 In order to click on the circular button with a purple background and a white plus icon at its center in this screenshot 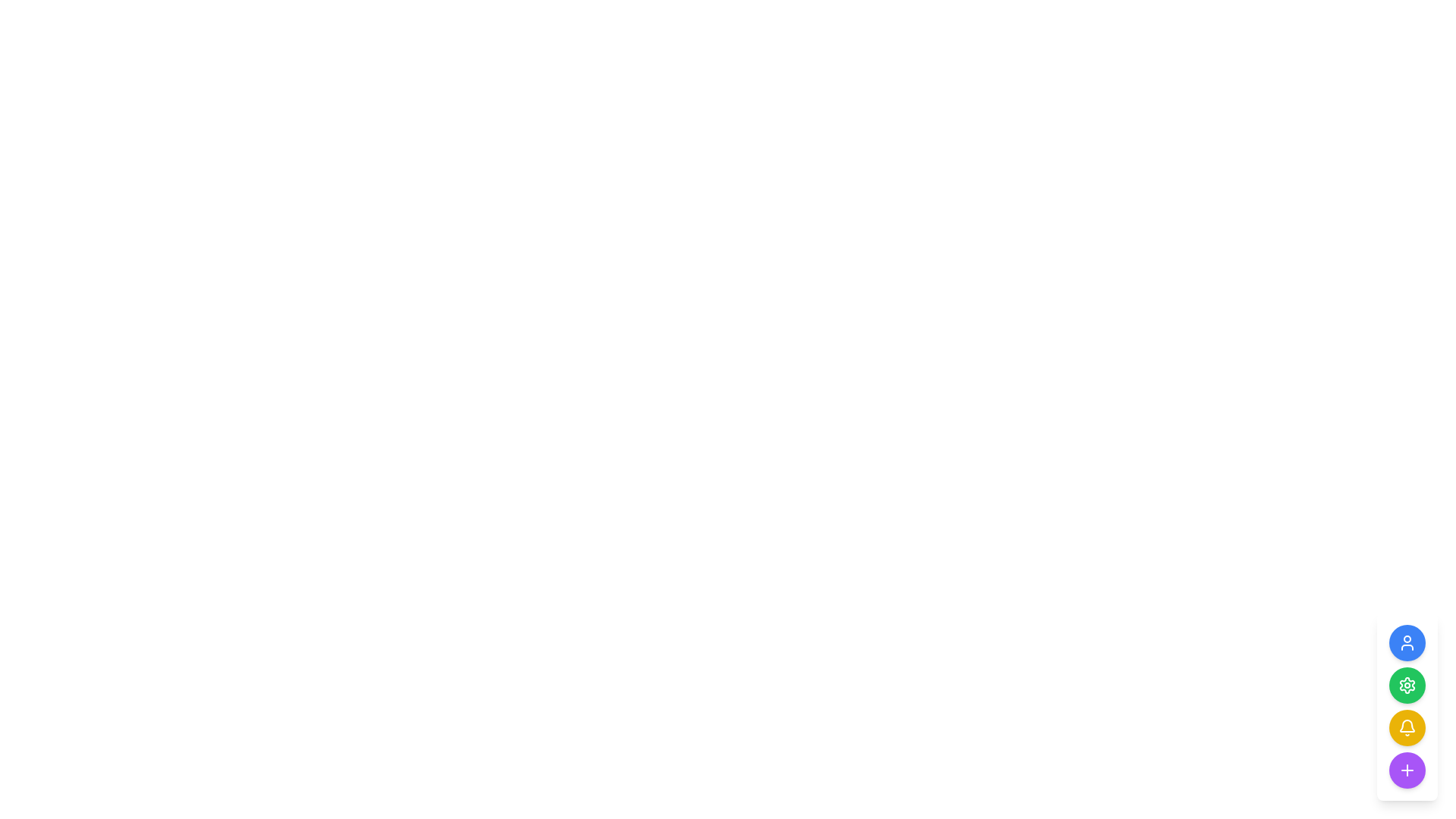, I will do `click(1407, 770)`.